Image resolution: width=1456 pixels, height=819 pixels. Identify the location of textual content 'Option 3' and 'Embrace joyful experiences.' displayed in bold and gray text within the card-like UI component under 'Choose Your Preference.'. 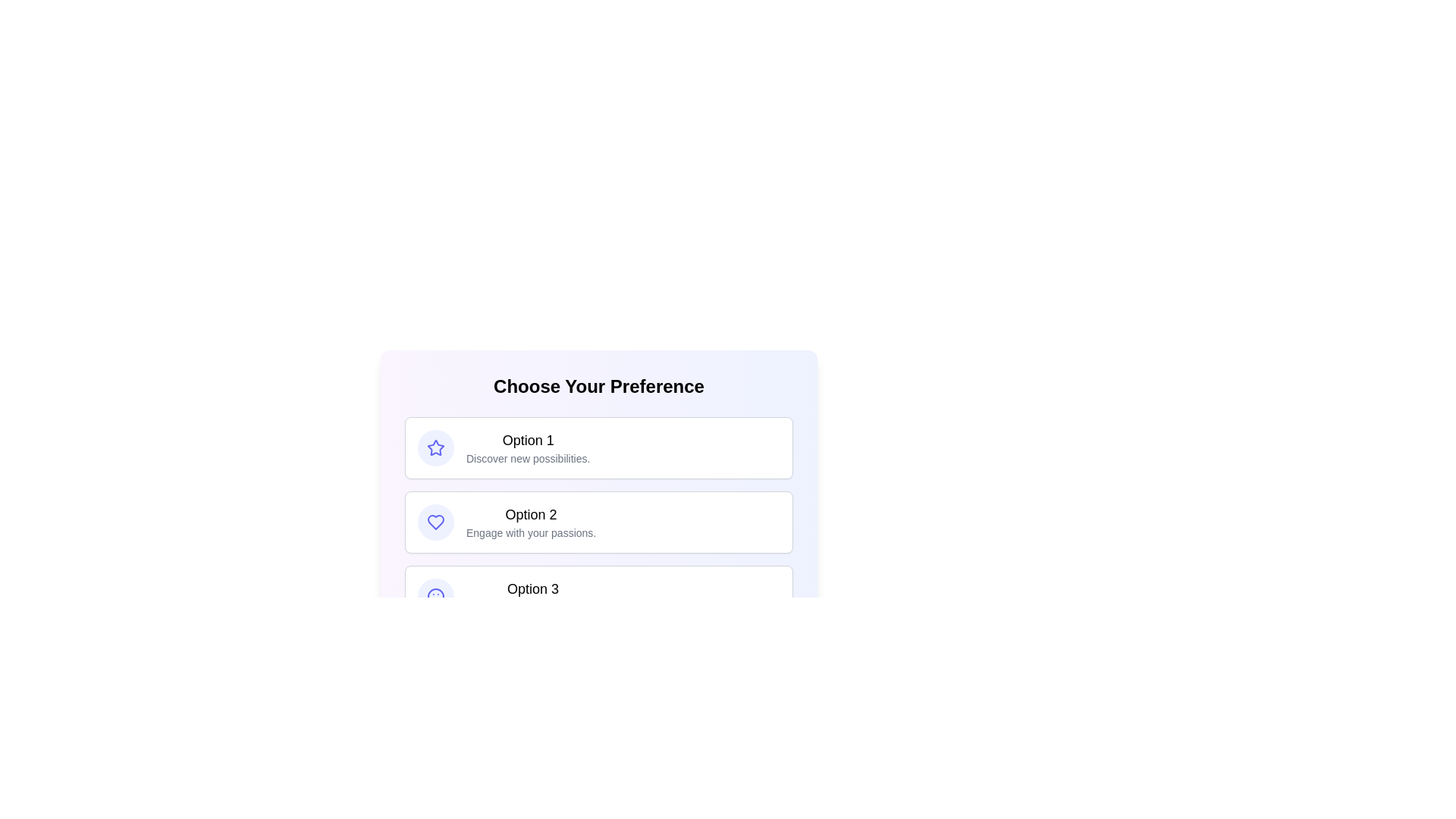
(532, 595).